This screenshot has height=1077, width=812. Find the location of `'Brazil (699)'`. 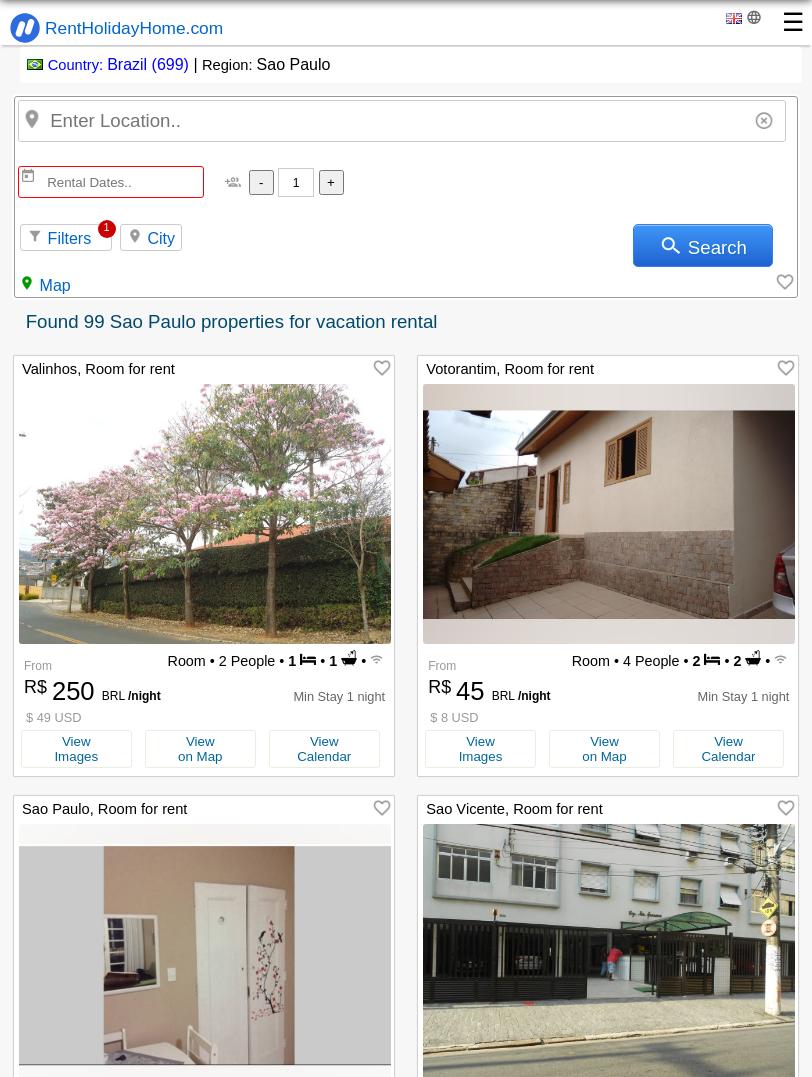

'Brazil (699)' is located at coordinates (147, 64).